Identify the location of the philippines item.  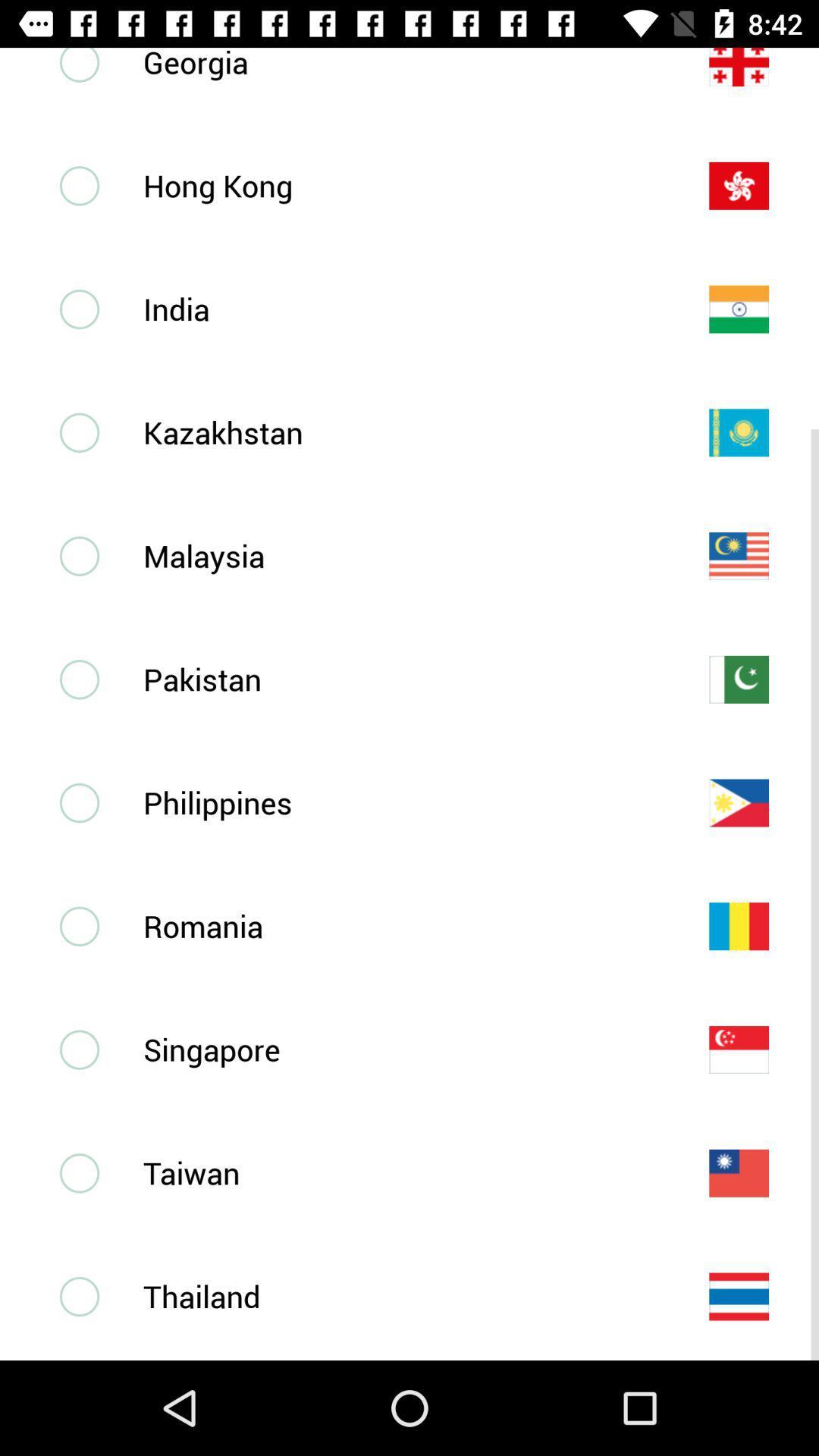
(400, 802).